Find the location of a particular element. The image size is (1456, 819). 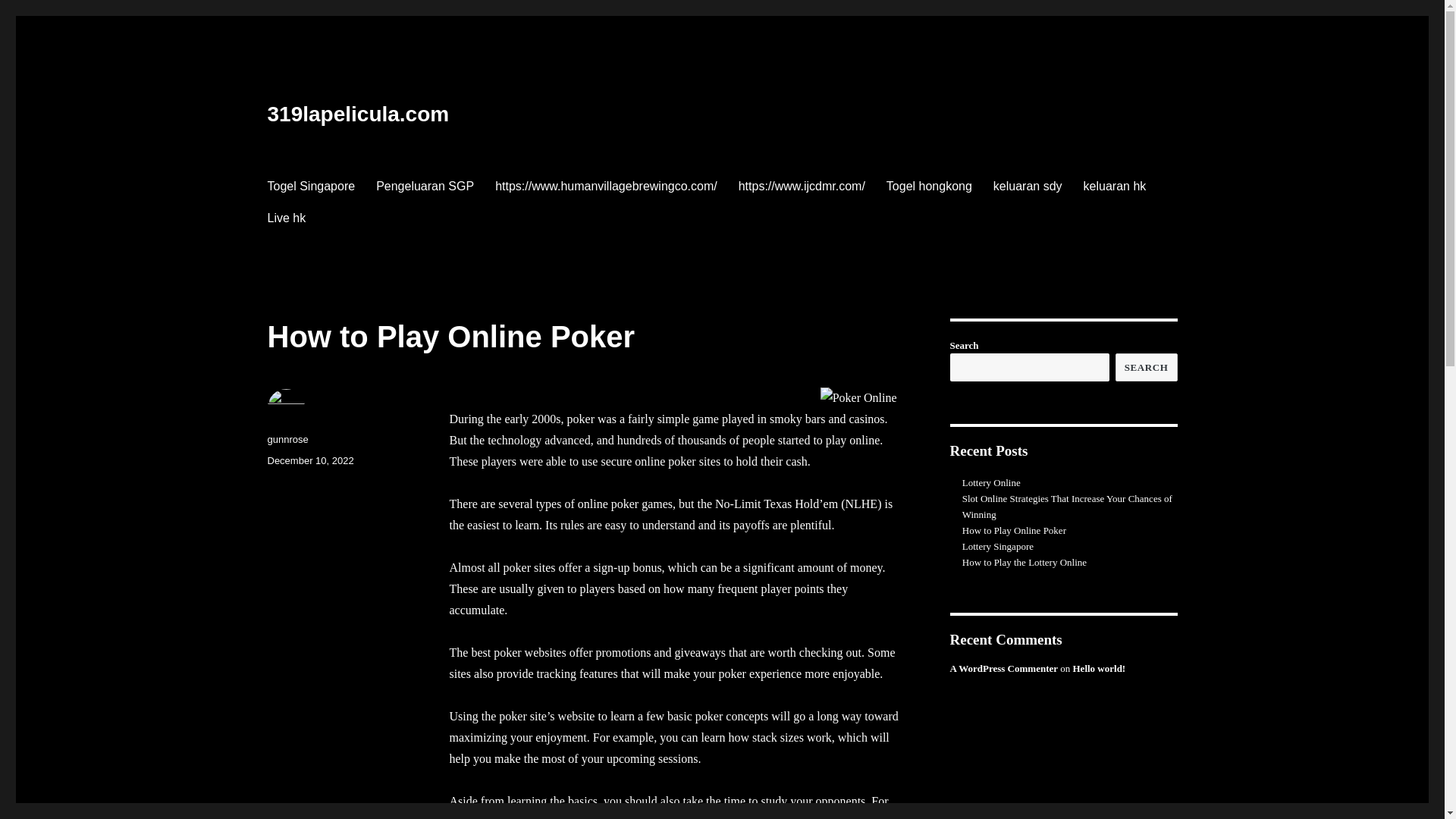

'A WordPress Commenter' is located at coordinates (1003, 667).